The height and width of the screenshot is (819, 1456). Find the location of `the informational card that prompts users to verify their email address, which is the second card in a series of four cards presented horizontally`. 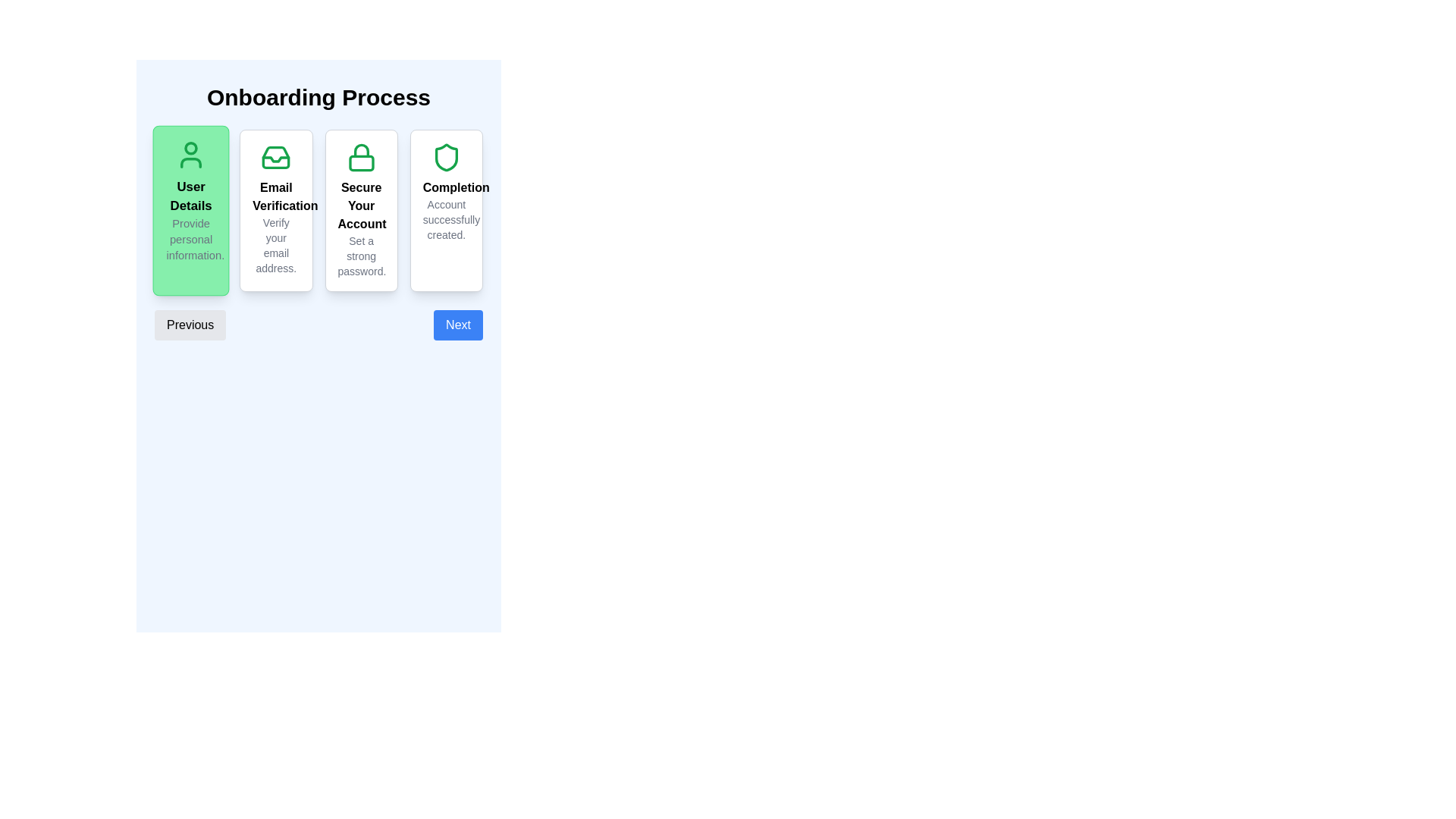

the informational card that prompts users to verify their email address, which is the second card in a series of four cards presented horizontally is located at coordinates (276, 210).